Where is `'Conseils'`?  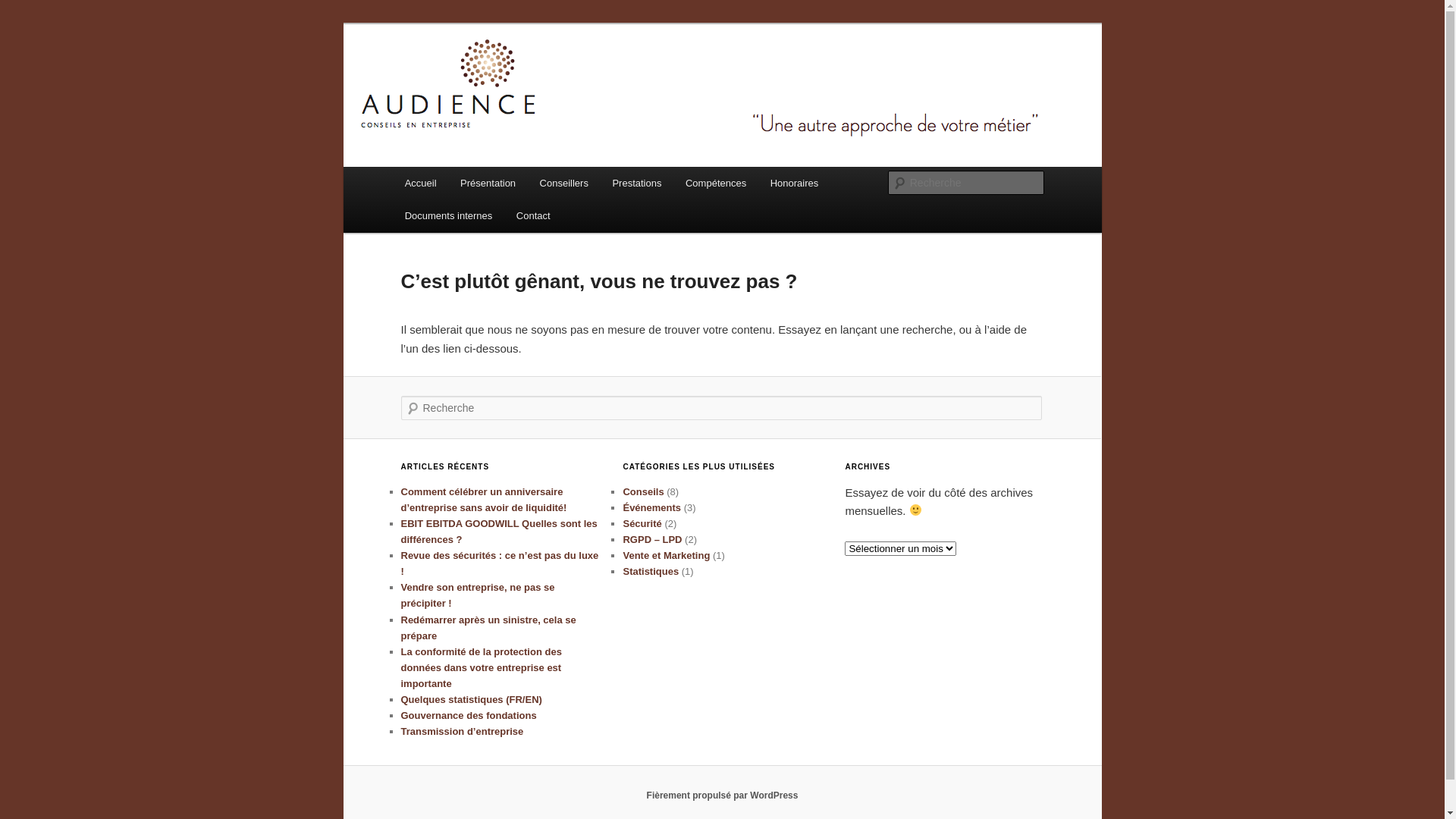
'Conseils' is located at coordinates (622, 491).